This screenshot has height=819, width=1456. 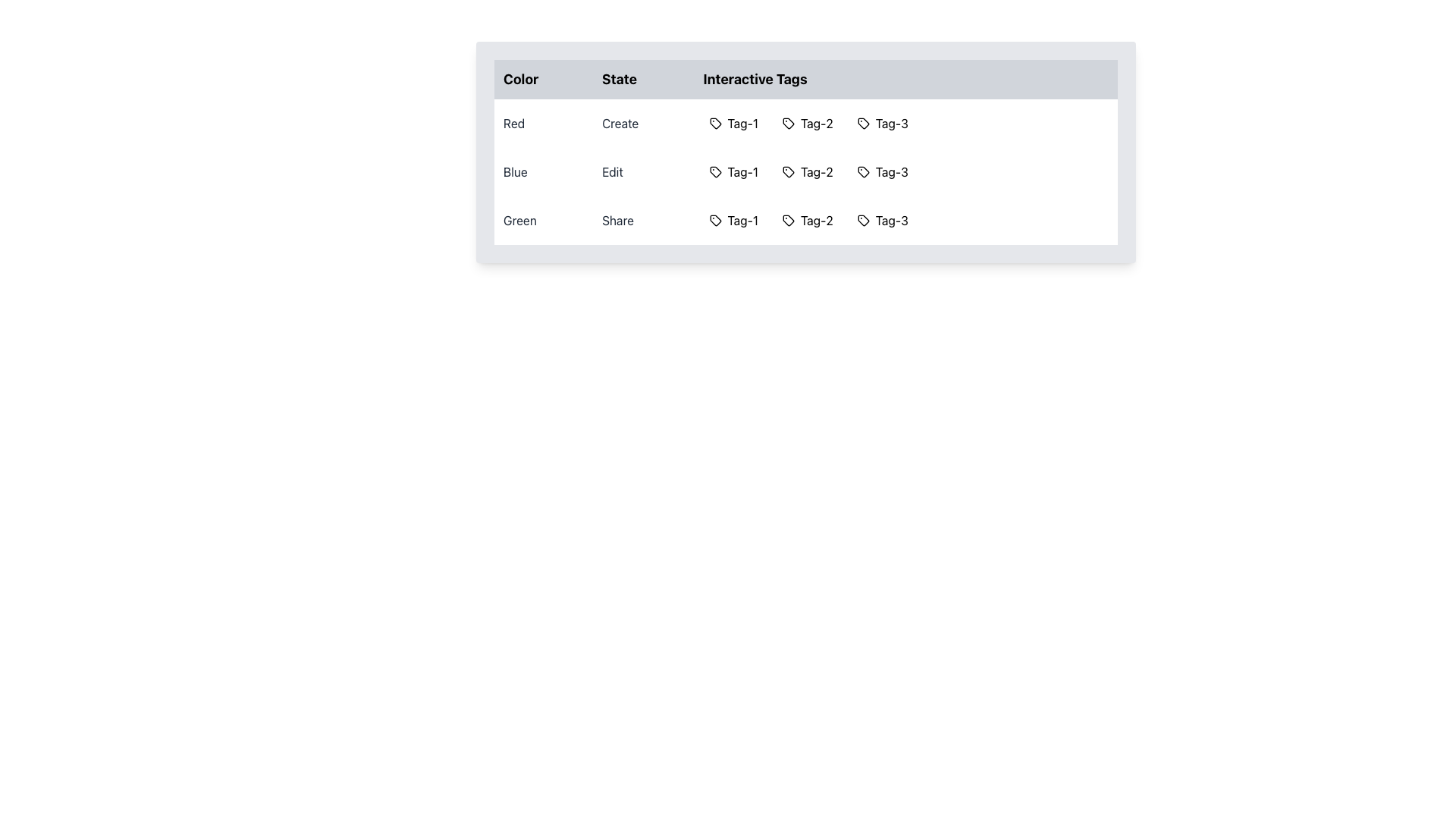 What do you see at coordinates (807, 220) in the screenshot?
I see `the non-interactive label 'Tag-2' located in the third row of the table under the 'Interactive Tags' column, positioned between 'Tag-1' and 'Tag-3'` at bounding box center [807, 220].